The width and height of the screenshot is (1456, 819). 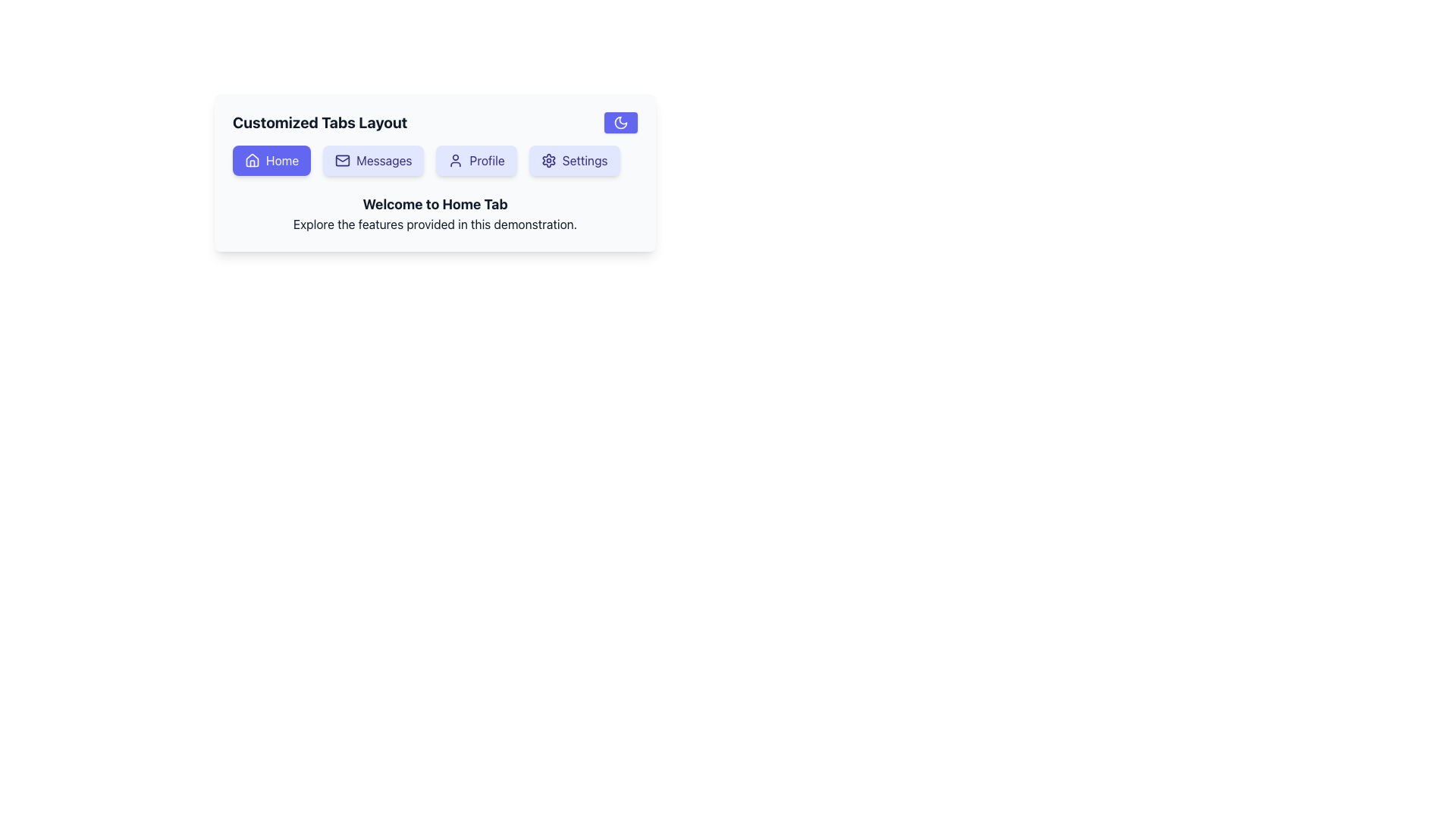 What do you see at coordinates (621, 122) in the screenshot?
I see `the moon-shaped icon, which is a minimalist crescent design located on the far-right side of the top row of icons` at bounding box center [621, 122].